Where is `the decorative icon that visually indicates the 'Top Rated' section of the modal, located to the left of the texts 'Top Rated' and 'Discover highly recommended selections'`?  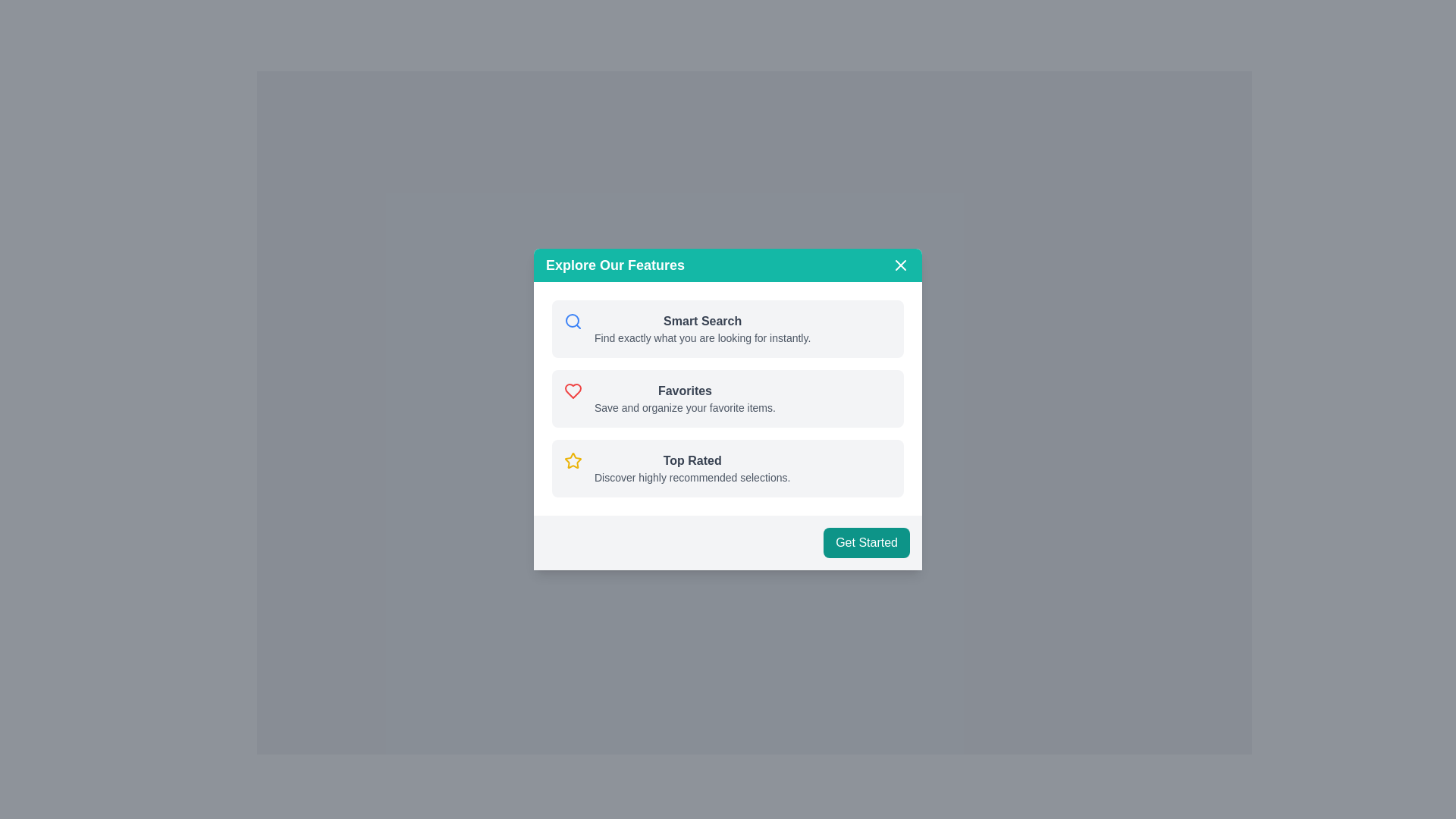 the decorative icon that visually indicates the 'Top Rated' section of the modal, located to the left of the texts 'Top Rated' and 'Discover highly recommended selections' is located at coordinates (572, 460).